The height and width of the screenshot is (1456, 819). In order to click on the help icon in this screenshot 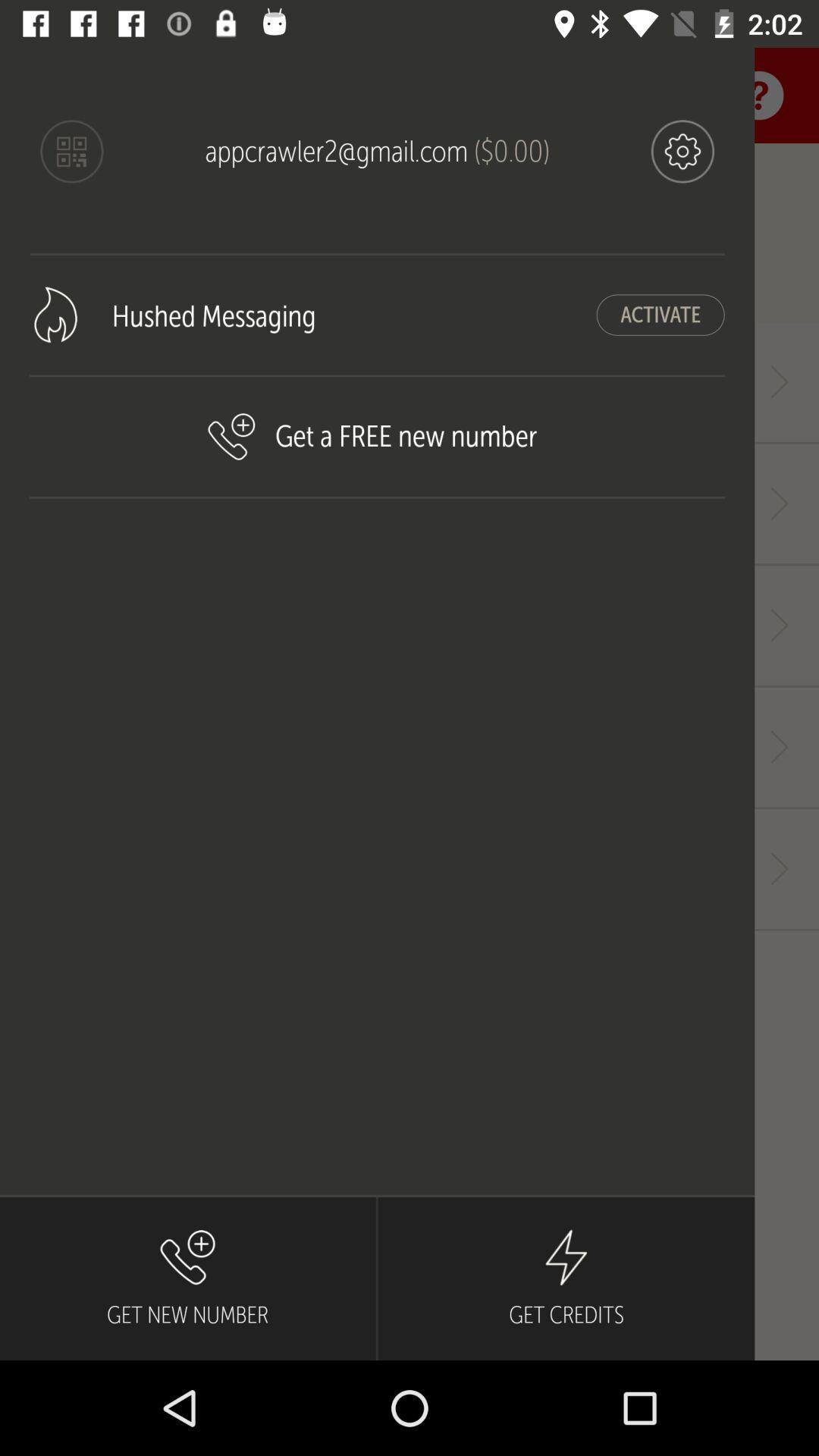, I will do `click(759, 94)`.